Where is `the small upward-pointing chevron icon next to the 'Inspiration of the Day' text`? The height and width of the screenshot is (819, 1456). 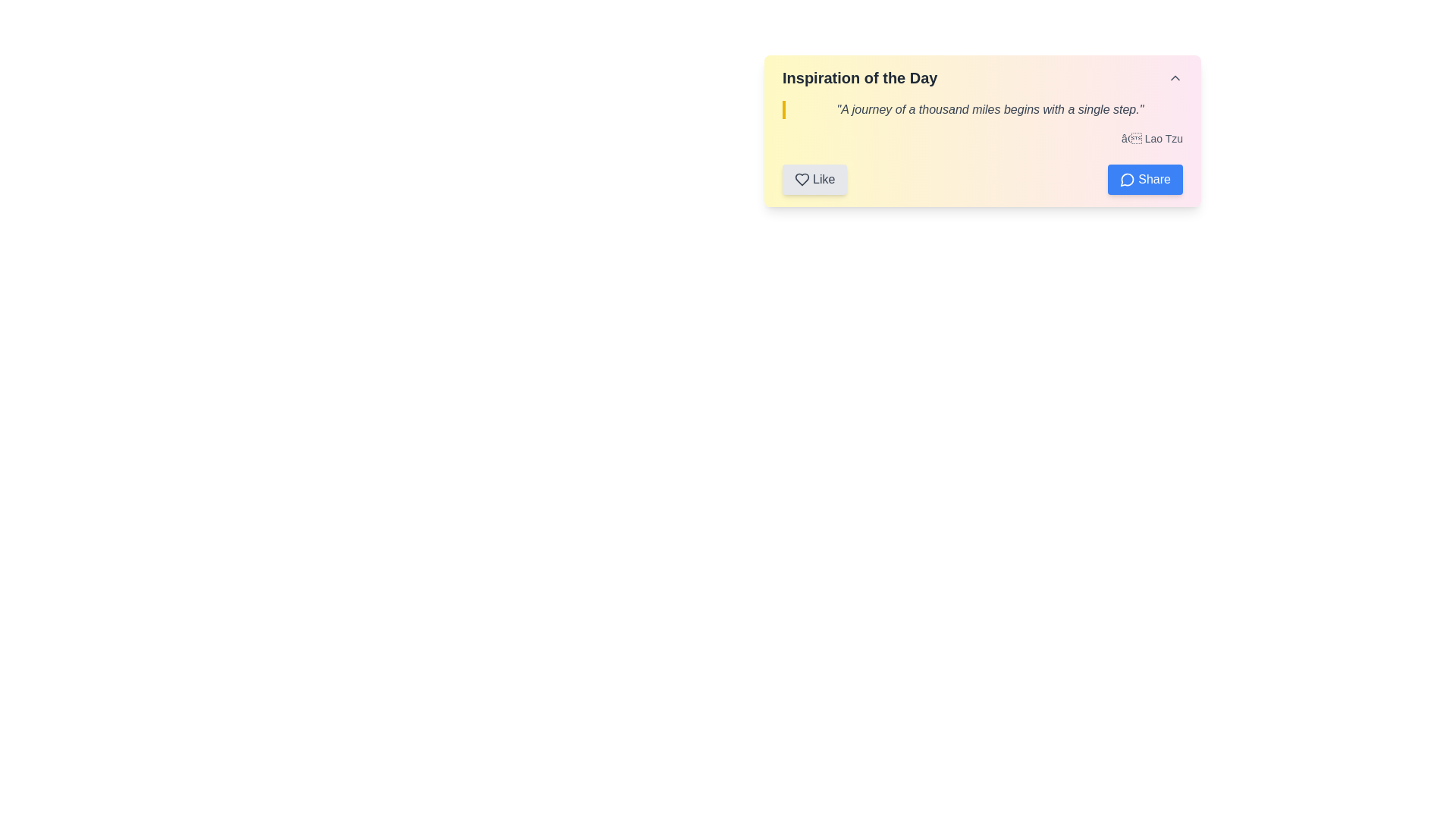 the small upward-pointing chevron icon next to the 'Inspiration of the Day' text is located at coordinates (1175, 78).